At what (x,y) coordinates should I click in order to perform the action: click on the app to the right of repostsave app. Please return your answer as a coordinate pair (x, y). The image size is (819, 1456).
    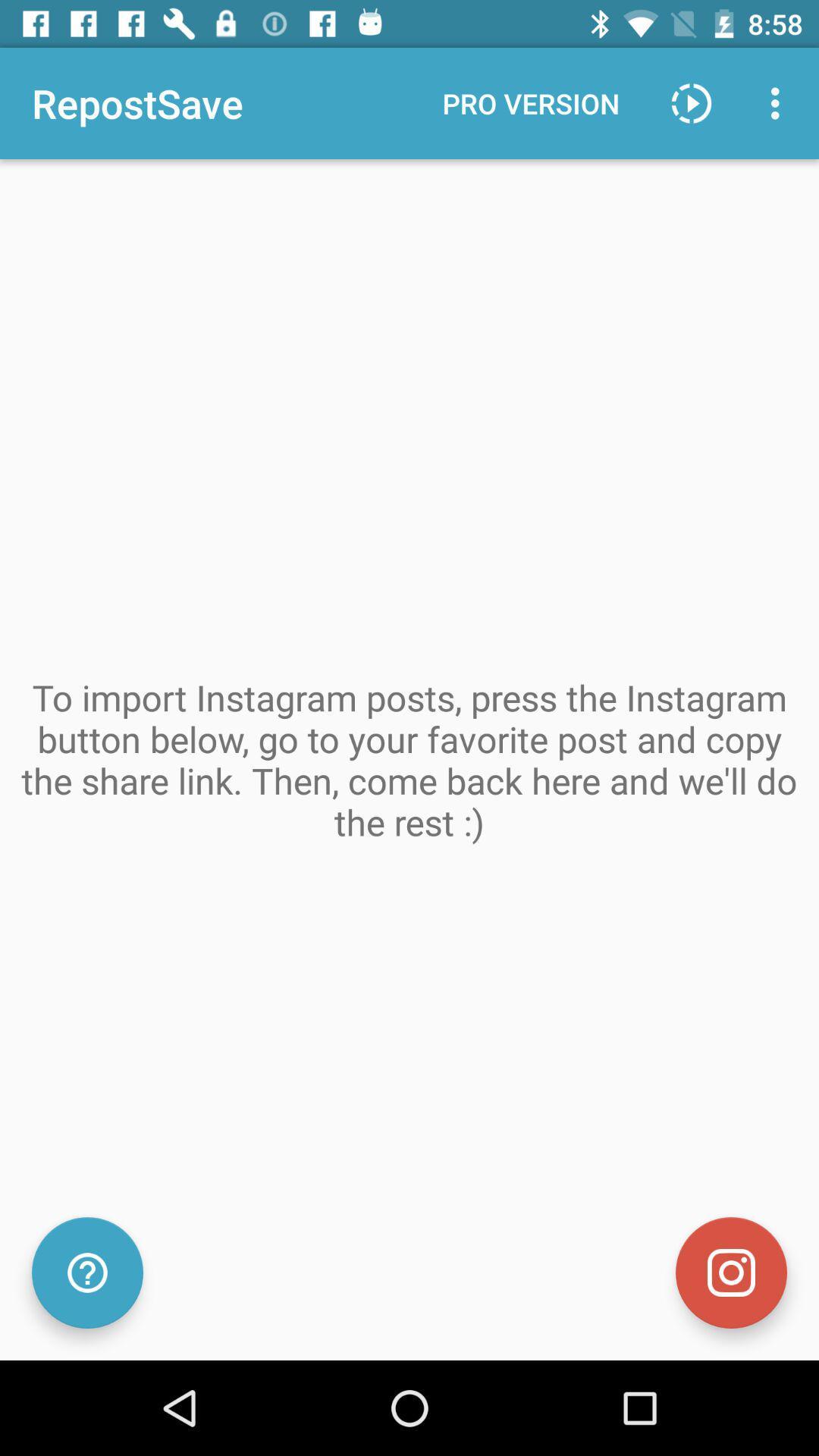
    Looking at the image, I should click on (530, 102).